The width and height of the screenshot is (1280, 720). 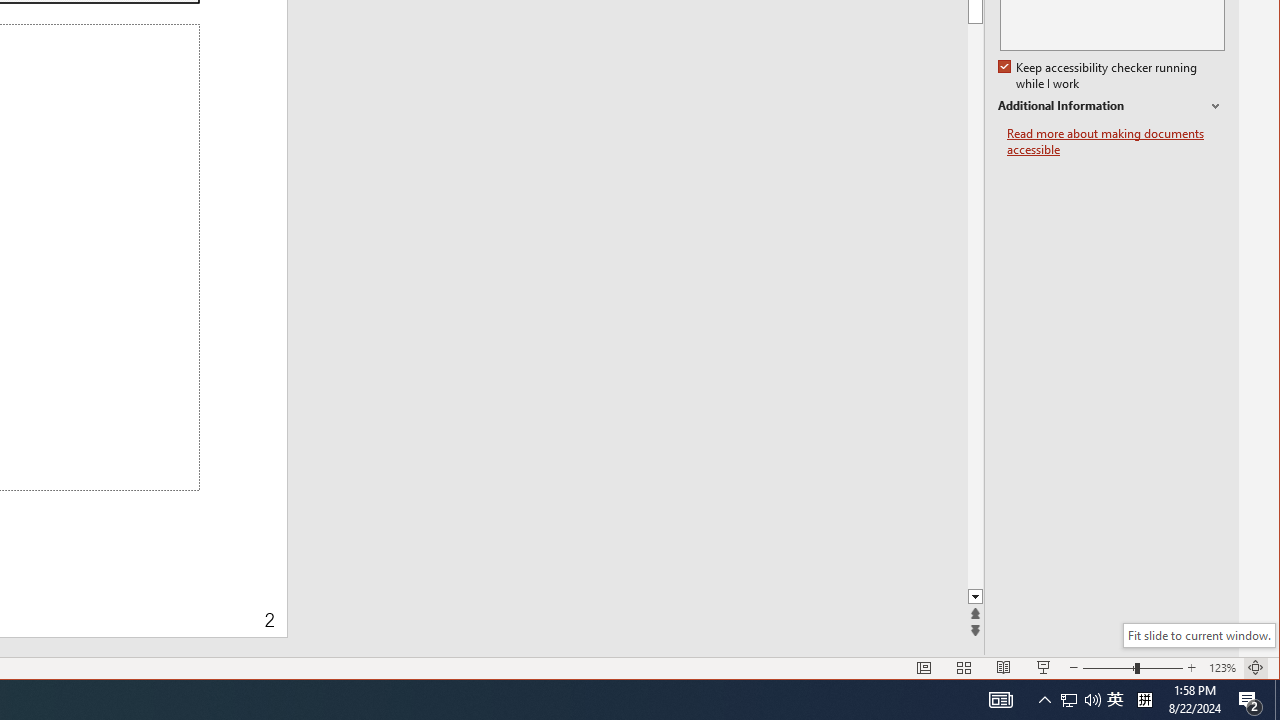 What do you see at coordinates (1098, 75) in the screenshot?
I see `'Keep accessibility checker running while I work'` at bounding box center [1098, 75].